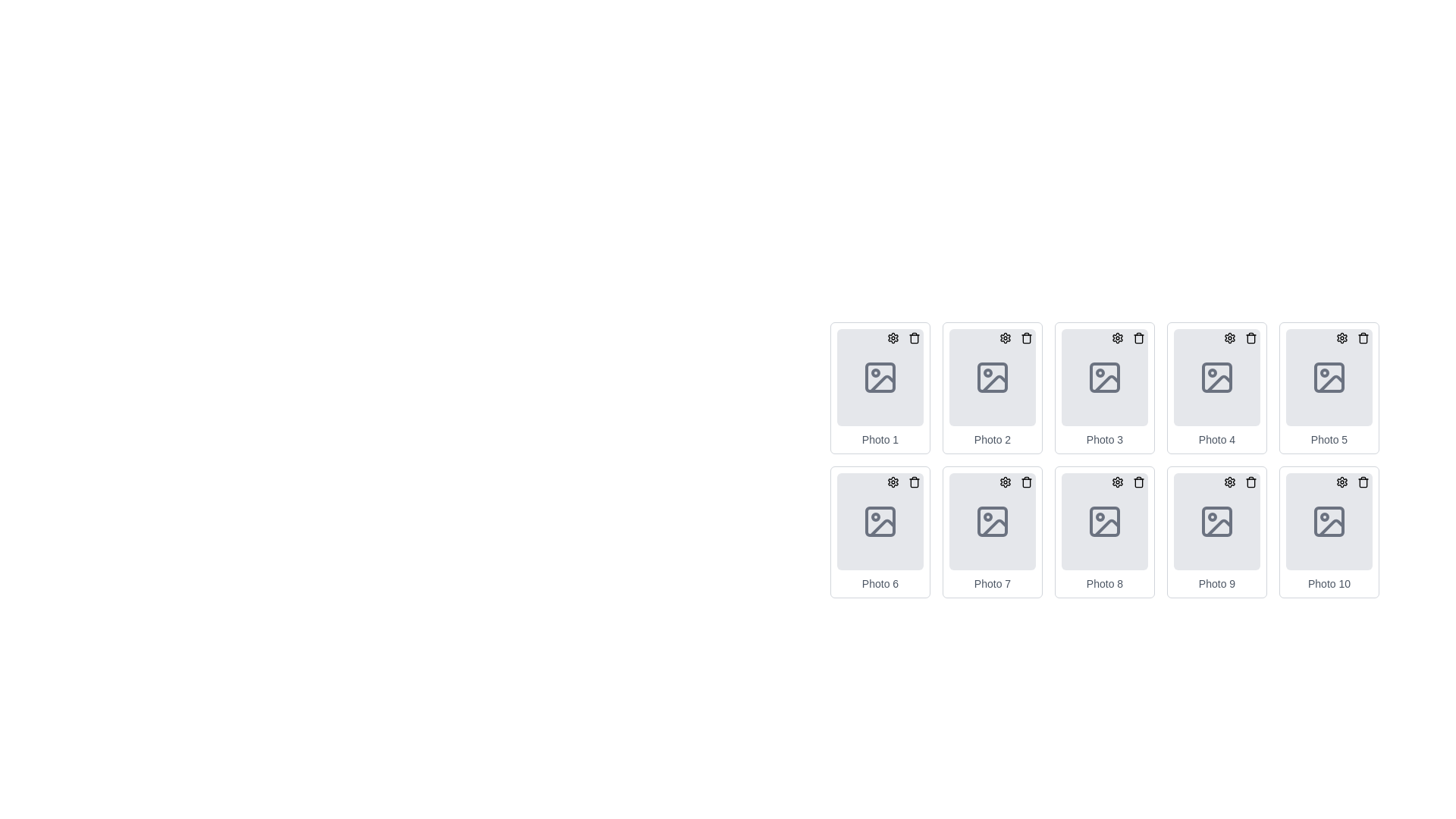  I want to click on the downward sloping line within the SVG graphic that represents the third icon labeled 'Photo 3' in the top row of the grid, so click(1106, 382).